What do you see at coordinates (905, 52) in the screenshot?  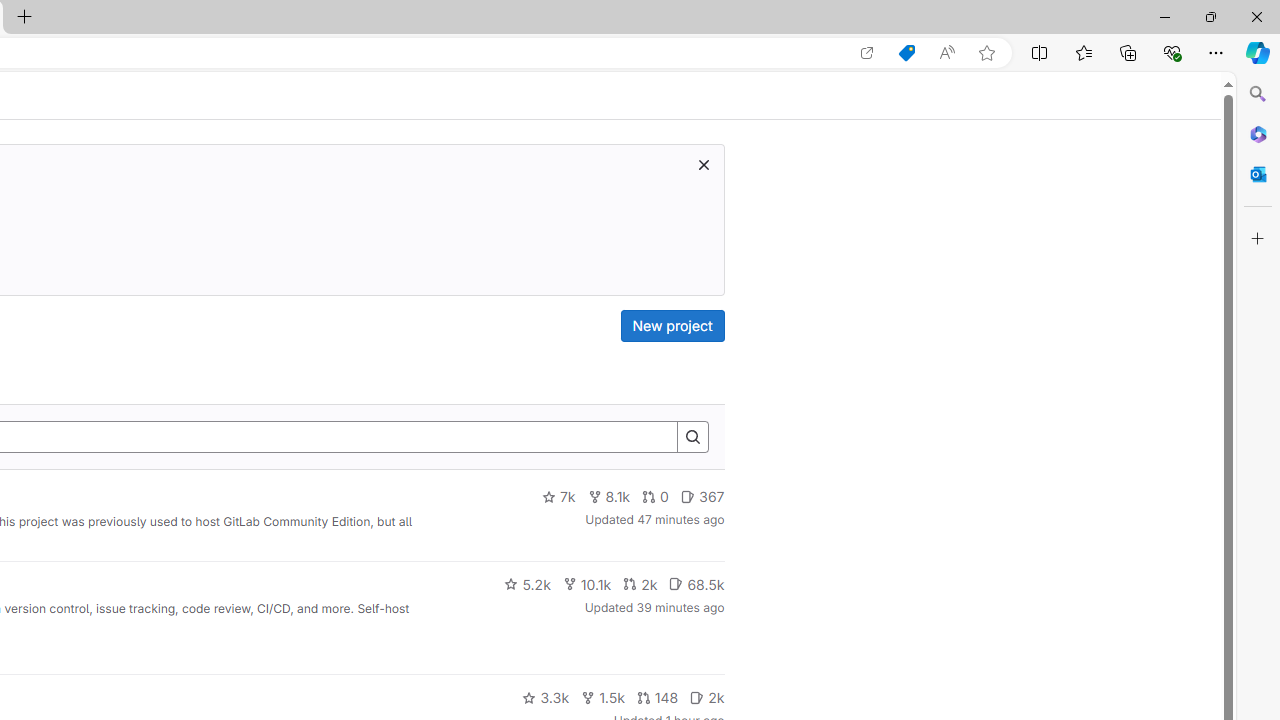 I see `'Shopping in Microsoft Edge'` at bounding box center [905, 52].